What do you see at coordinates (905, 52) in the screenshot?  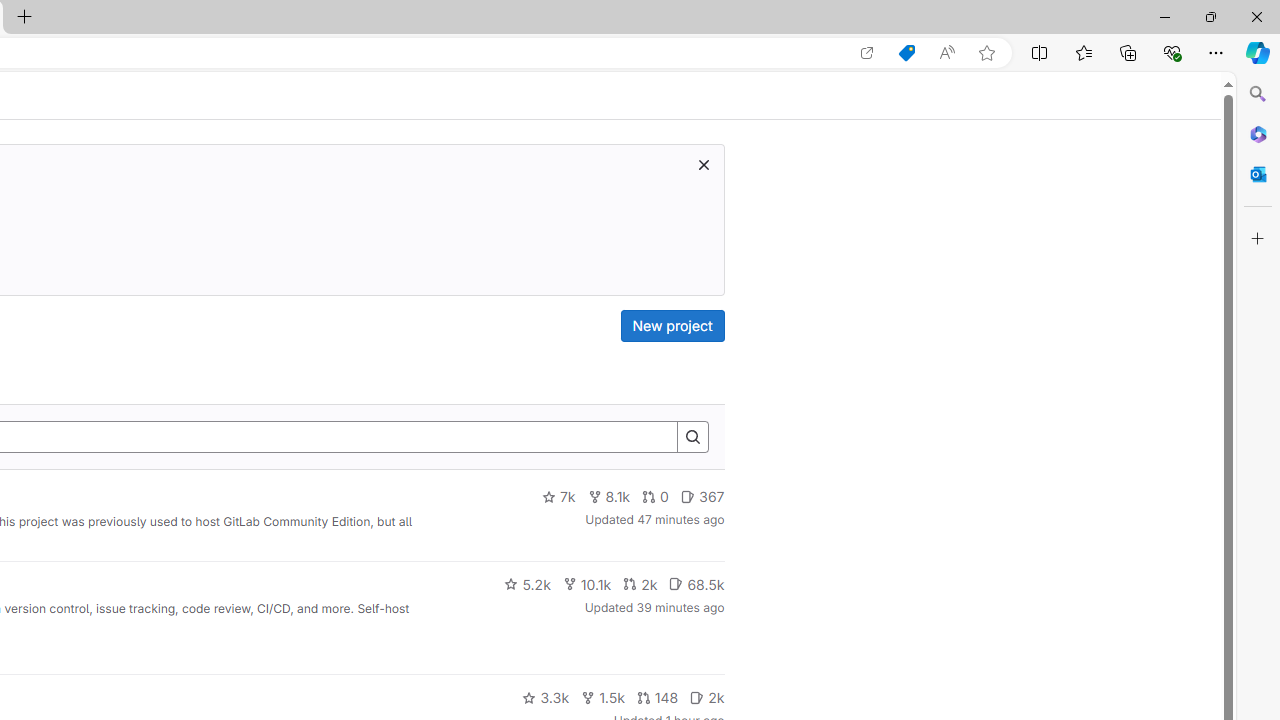 I see `'Shopping in Microsoft Edge'` at bounding box center [905, 52].